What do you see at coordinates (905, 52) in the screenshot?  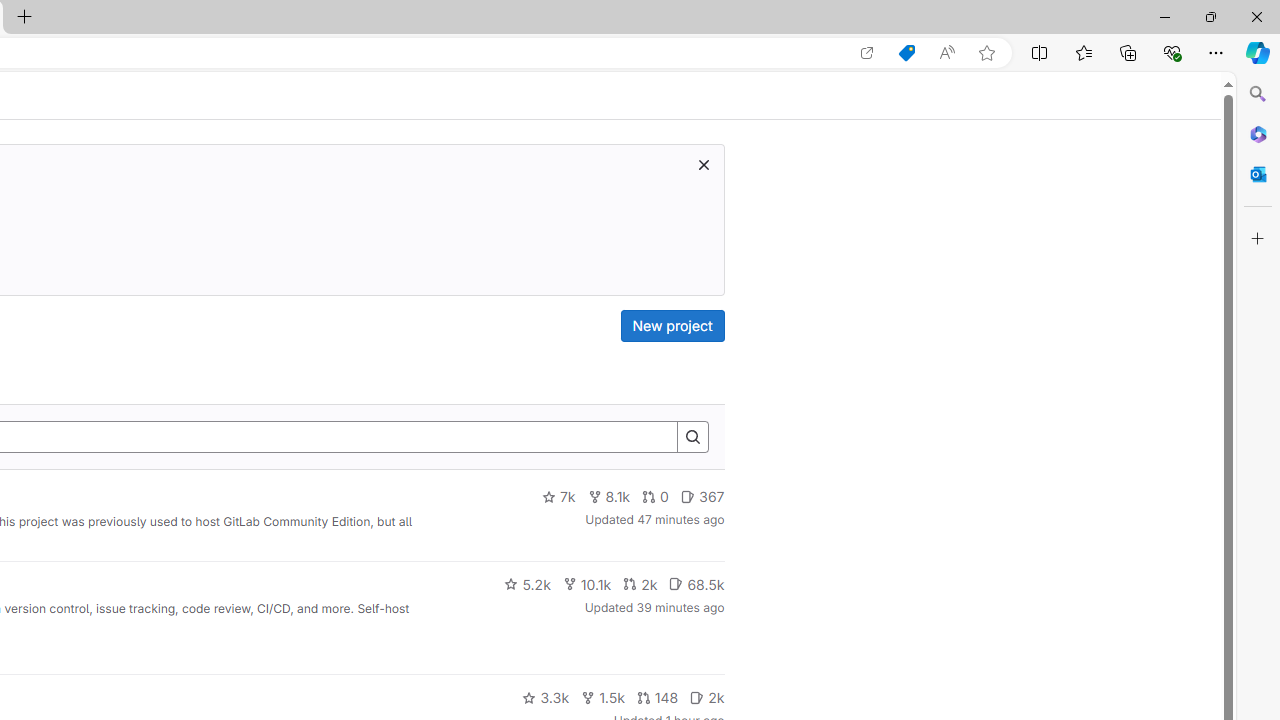 I see `'Shopping in Microsoft Edge'` at bounding box center [905, 52].